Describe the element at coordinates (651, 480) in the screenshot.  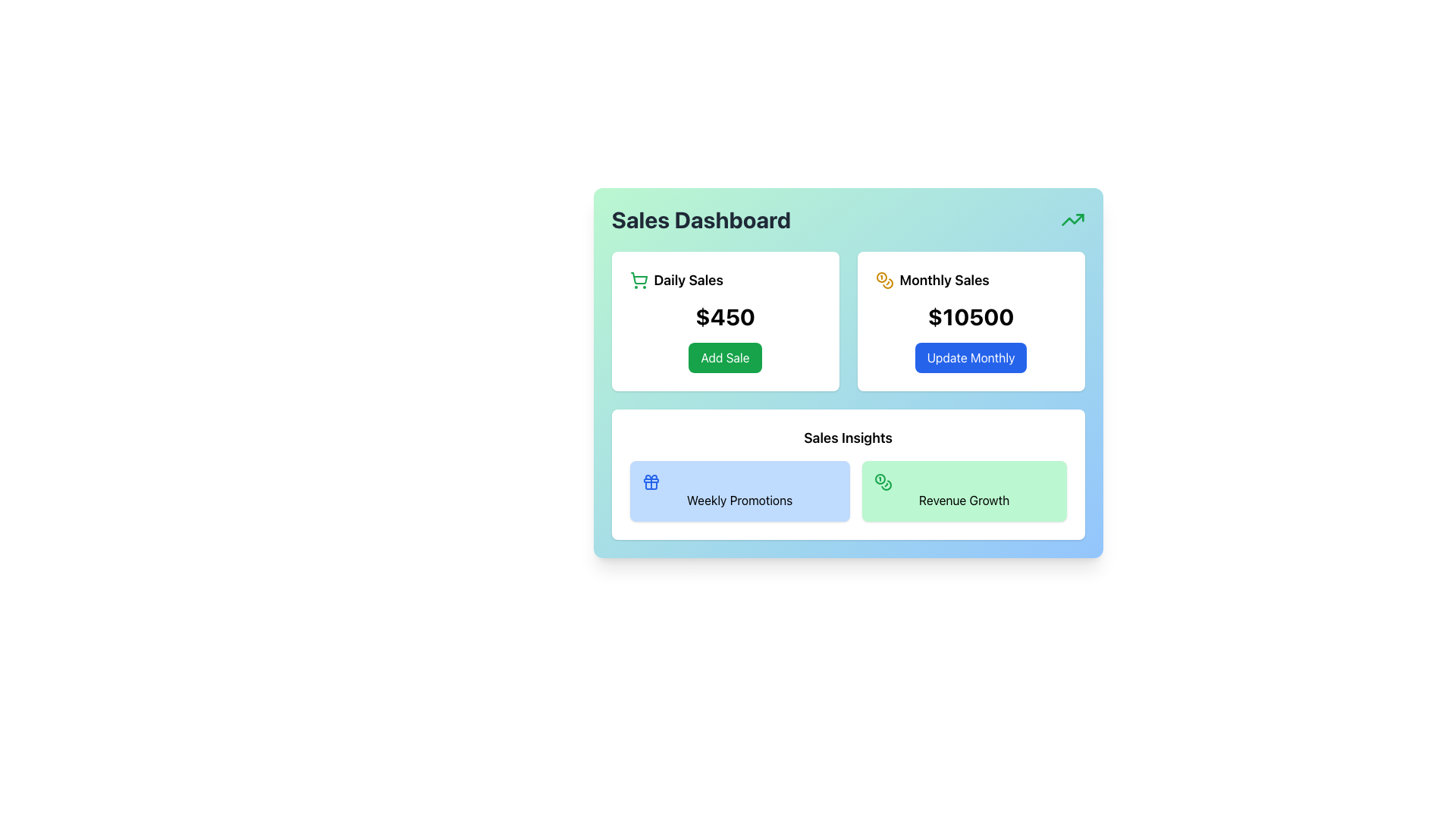
I see `the narrow horizontal rectangle with rounded corners that serves as a decorative line in the gift box icon located in the 'Weekly Promotions' card under 'Sales Insights' on the dashboard` at that location.